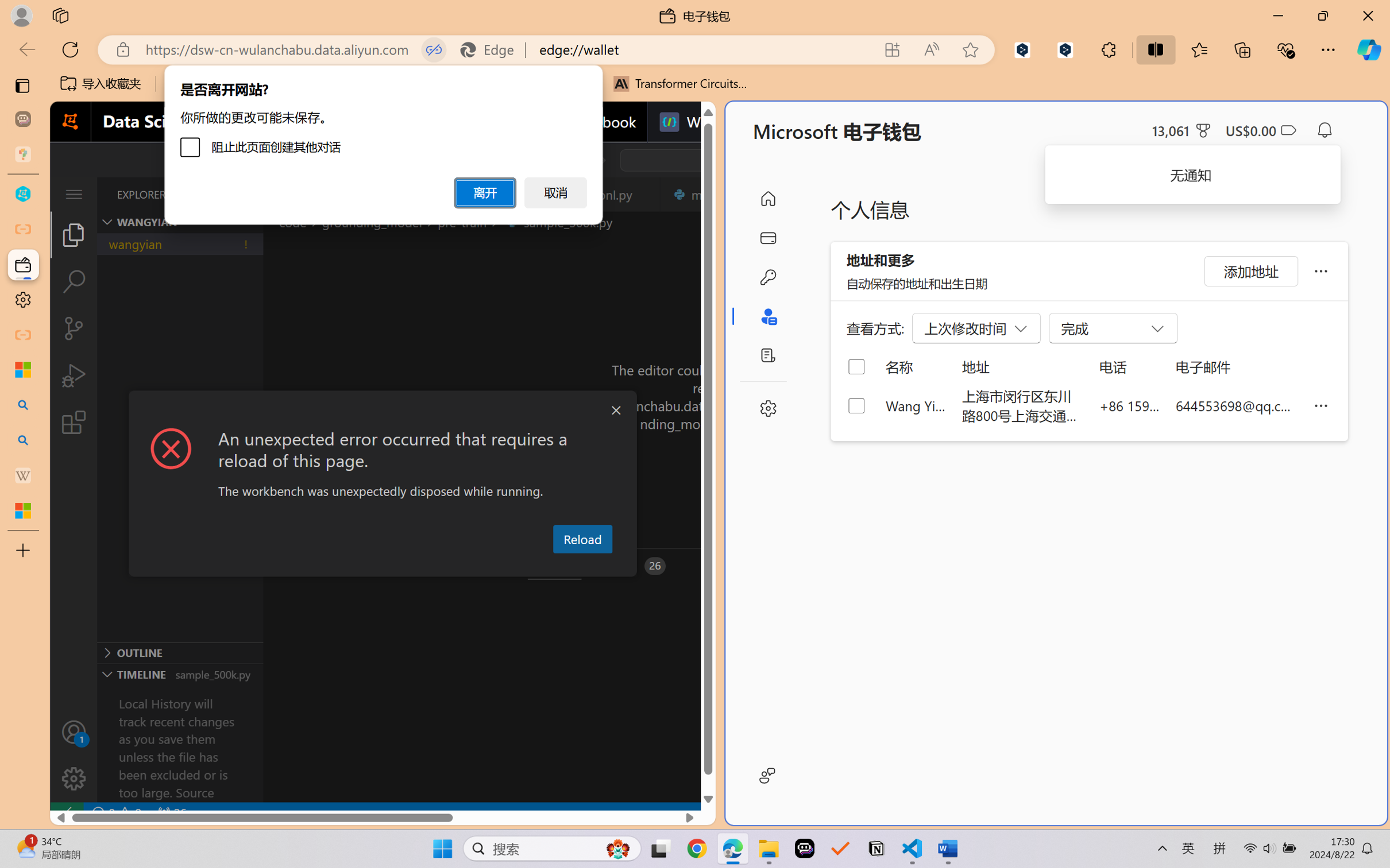 The image size is (1390, 868). Describe the element at coordinates (73, 328) in the screenshot. I see `'Source Control (Ctrl+Shift+G)'` at that location.